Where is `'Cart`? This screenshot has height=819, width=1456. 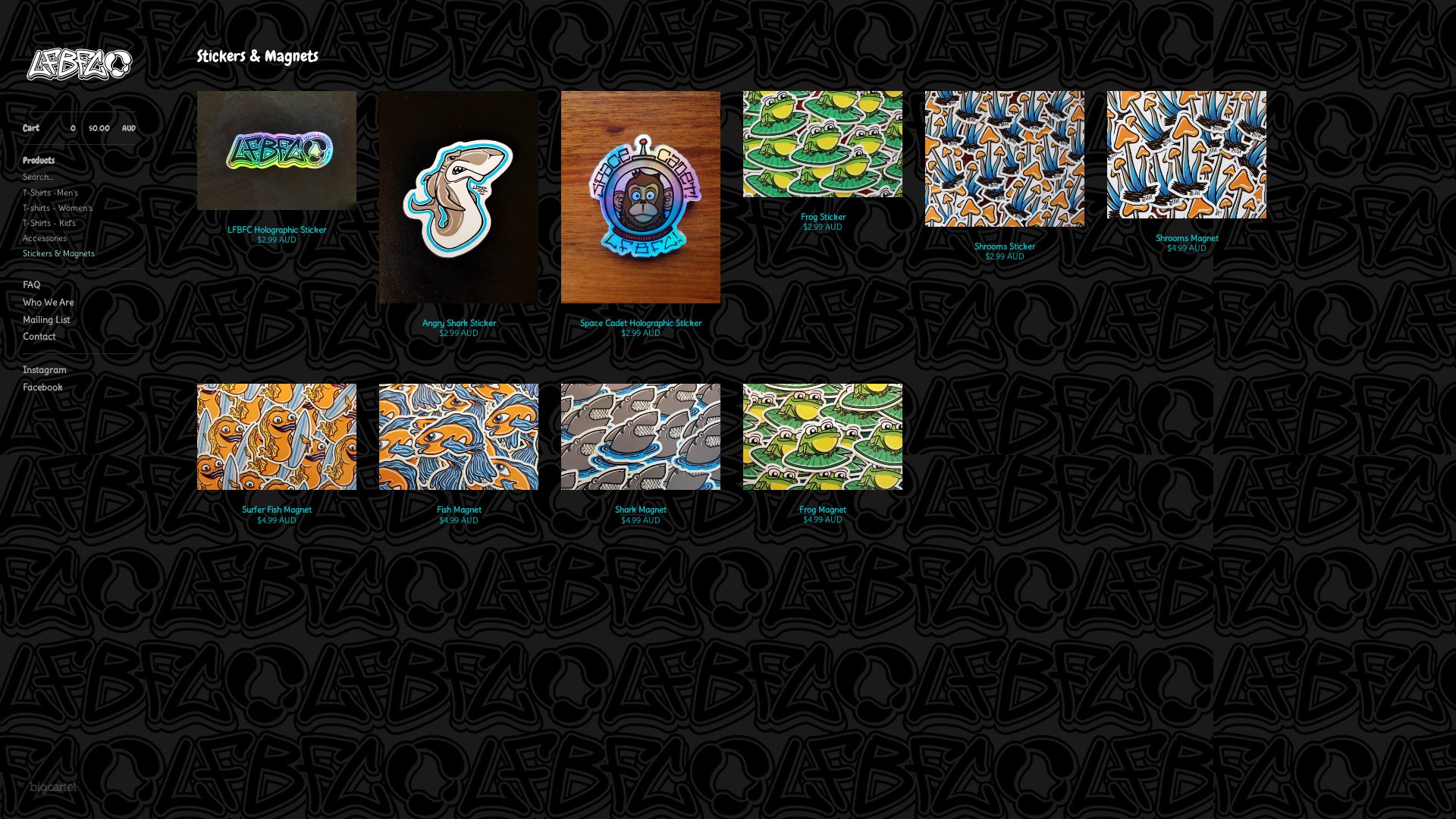 'Cart is located at coordinates (22, 127).